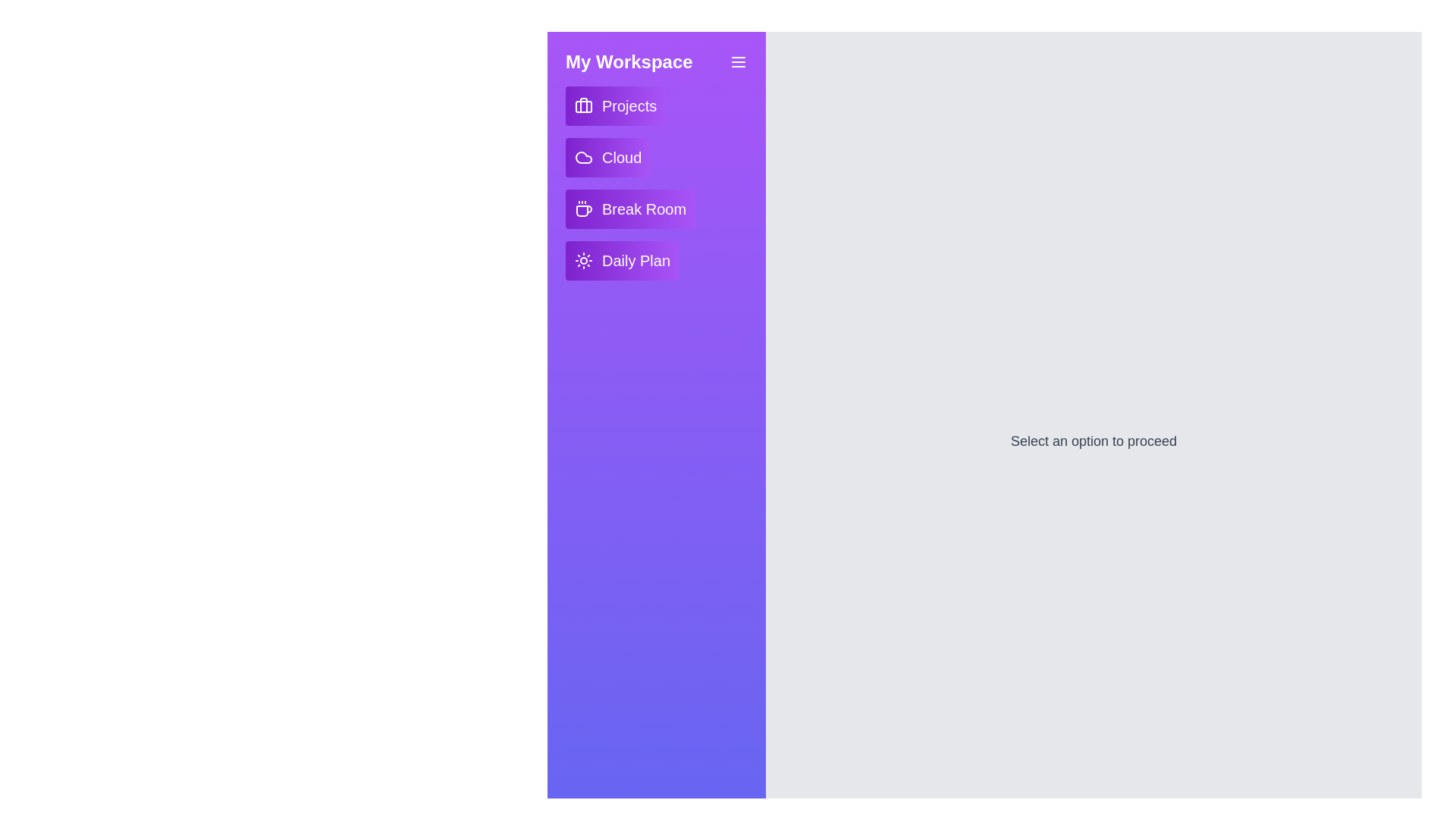 This screenshot has width=1456, height=819. What do you see at coordinates (739, 61) in the screenshot?
I see `the toggle button at the top-right corner of the drawer to toggle its visibility` at bounding box center [739, 61].